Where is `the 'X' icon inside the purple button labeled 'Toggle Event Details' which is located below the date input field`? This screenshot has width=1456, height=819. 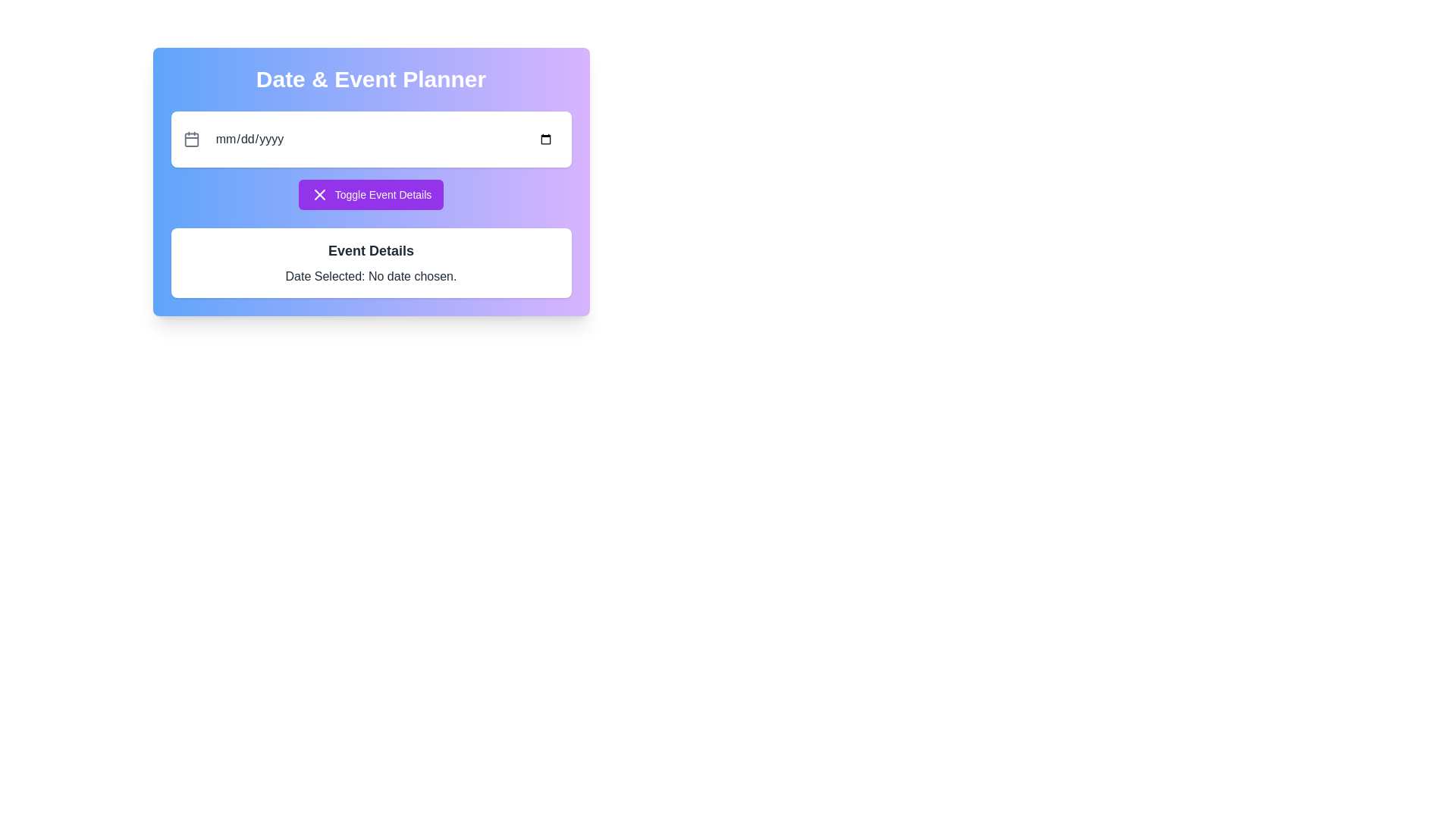
the 'X' icon inside the purple button labeled 'Toggle Event Details' which is located below the date input field is located at coordinates (318, 194).